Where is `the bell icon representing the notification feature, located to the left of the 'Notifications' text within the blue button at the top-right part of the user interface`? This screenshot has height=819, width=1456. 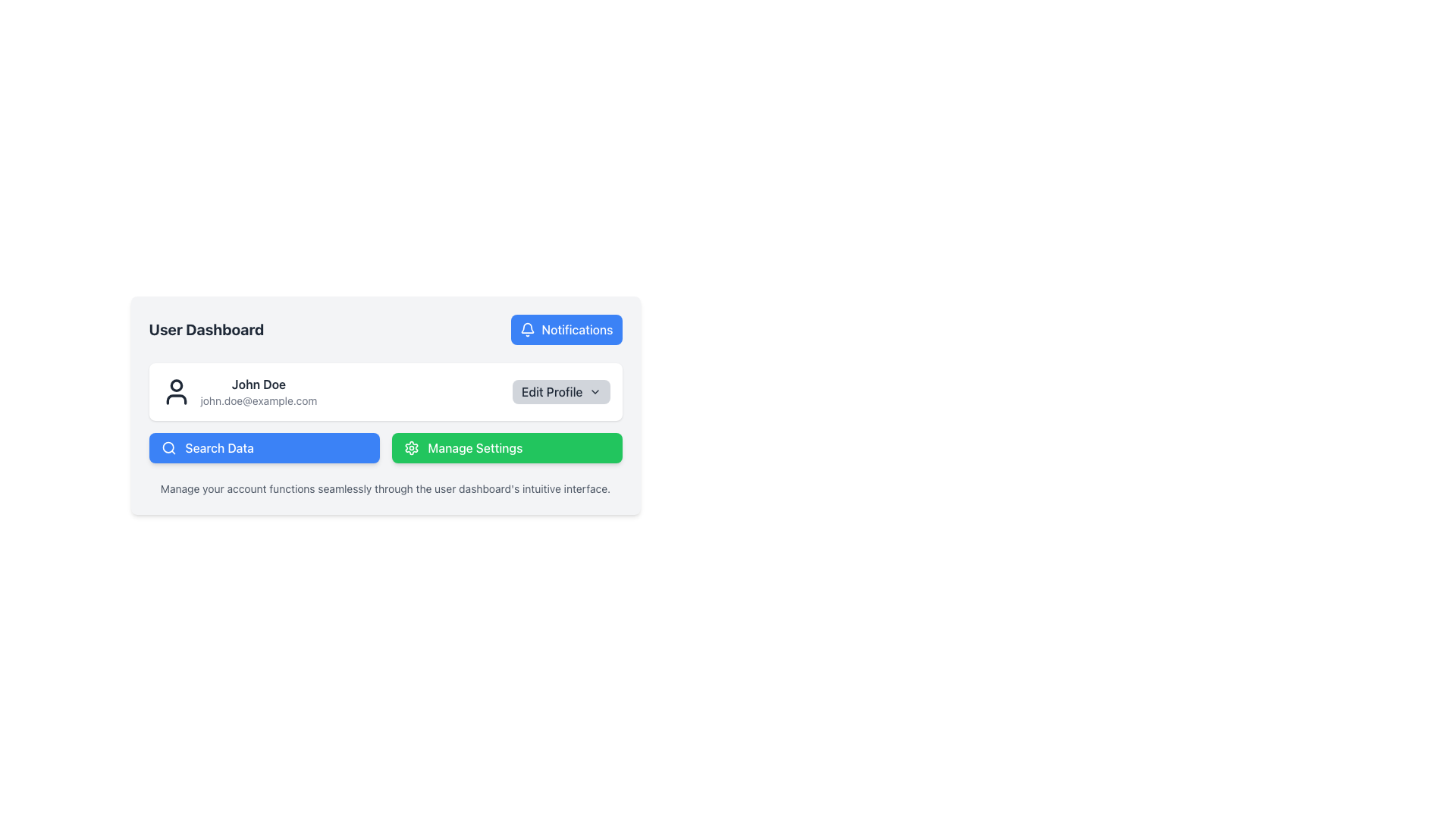
the bell icon representing the notification feature, located to the left of the 'Notifications' text within the blue button at the top-right part of the user interface is located at coordinates (528, 329).